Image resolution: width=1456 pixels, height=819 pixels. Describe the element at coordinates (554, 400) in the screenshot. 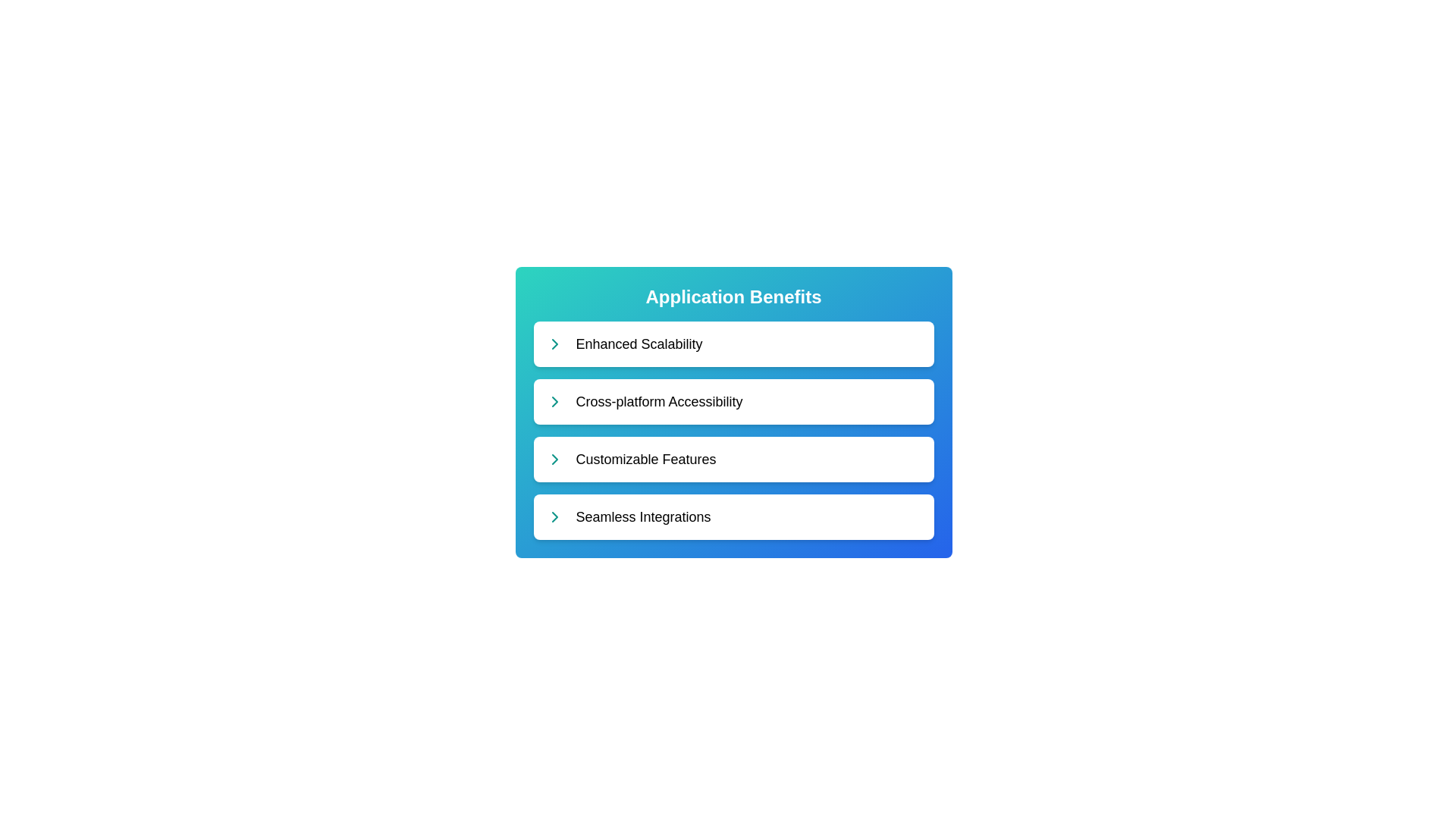

I see `the arrow-shaped icon pointing to the right, located at the left end of the 'Cross-platform Accessibility' list item` at that location.